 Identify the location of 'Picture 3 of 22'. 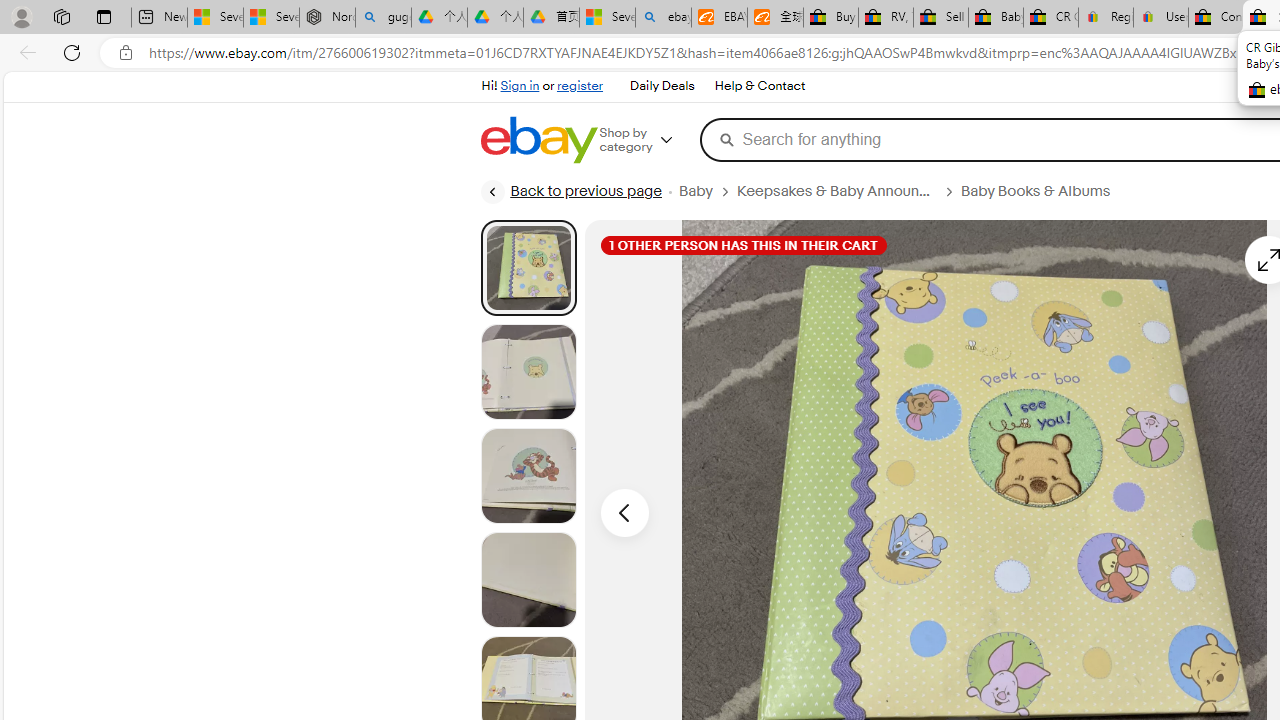
(528, 475).